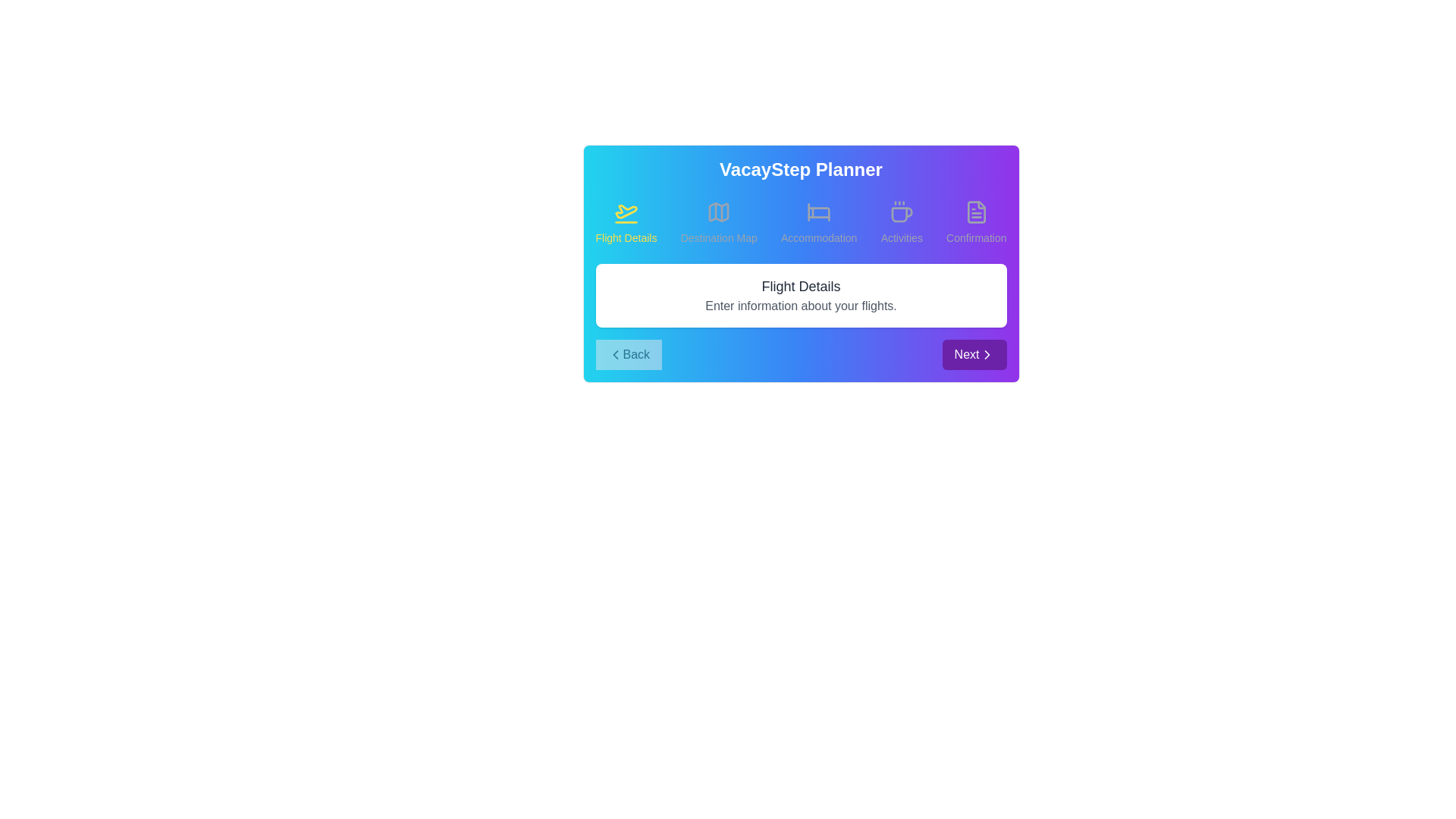 The width and height of the screenshot is (1456, 819). Describe the element at coordinates (902, 222) in the screenshot. I see `the step Activities by clicking its title or icon` at that location.